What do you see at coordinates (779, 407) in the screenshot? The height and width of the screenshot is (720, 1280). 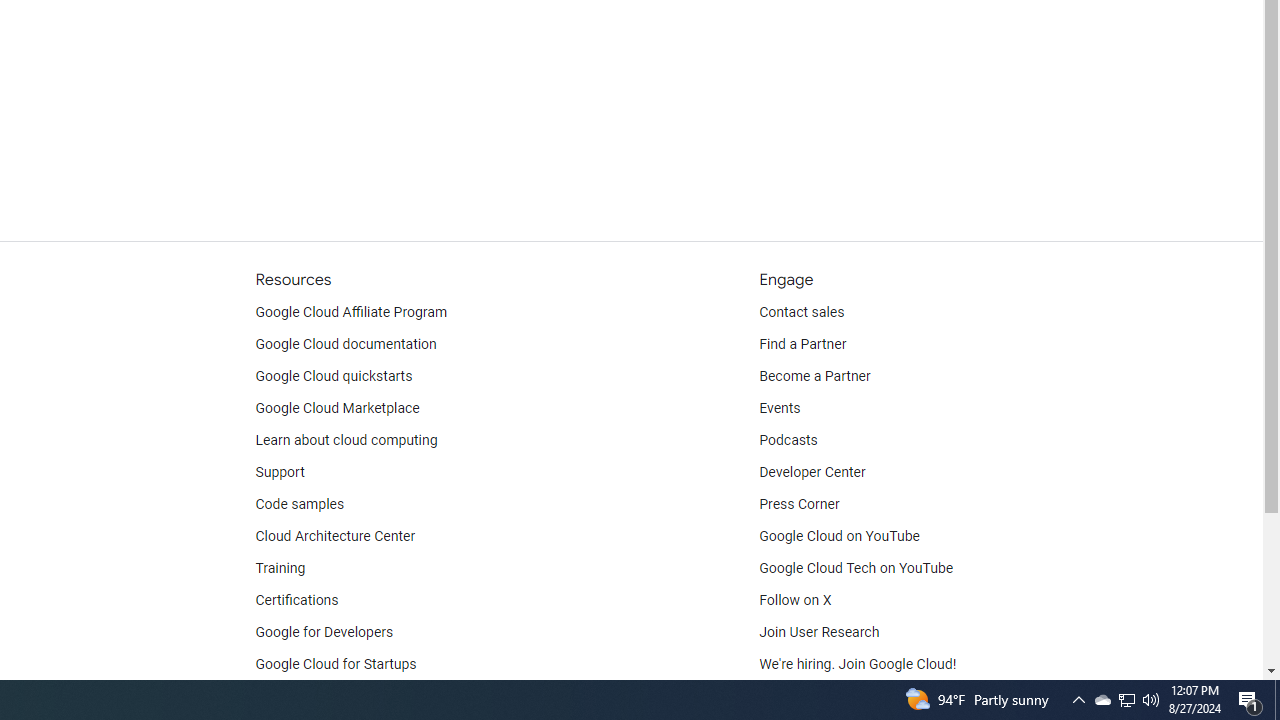 I see `'Events'` at bounding box center [779, 407].